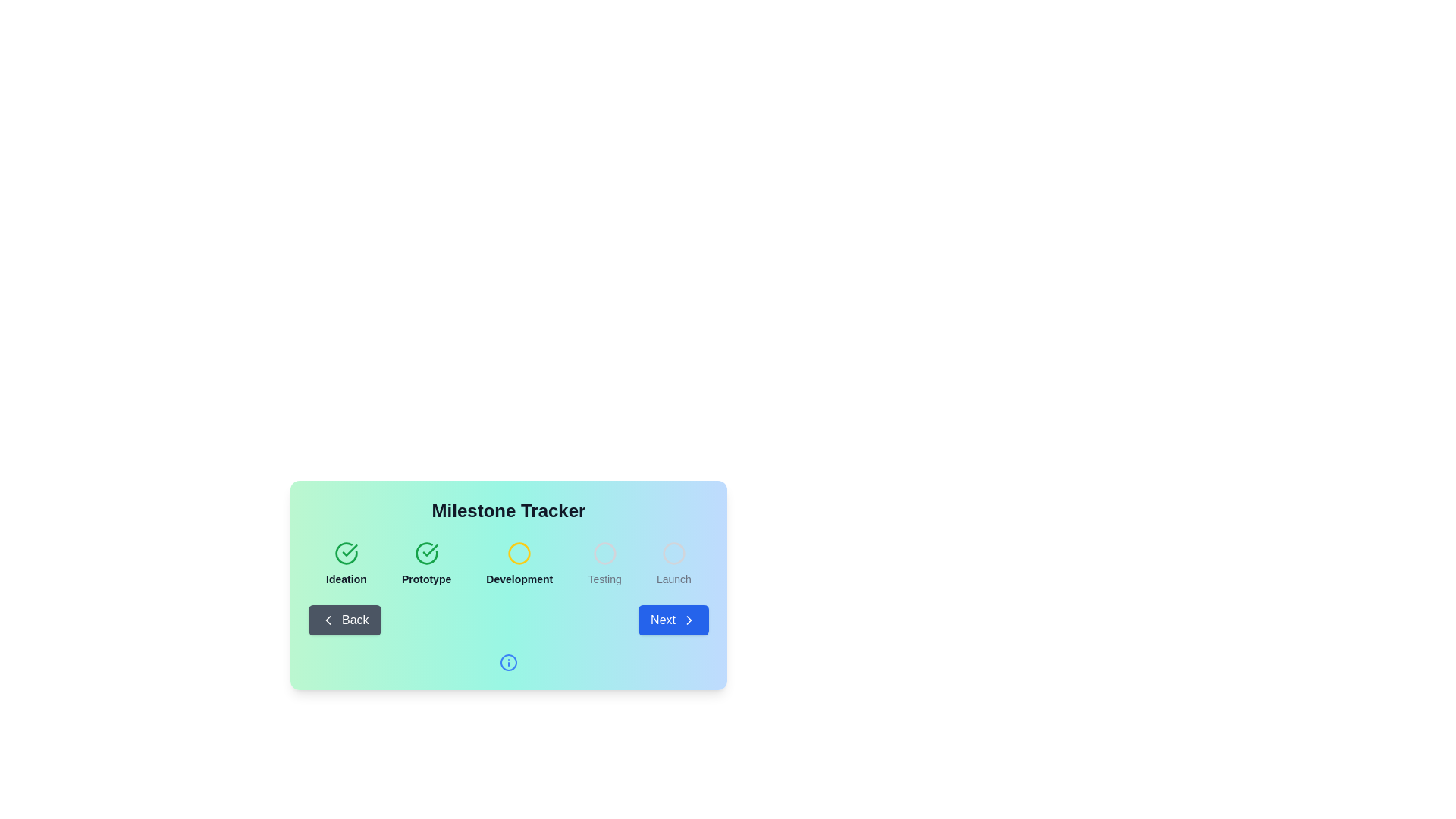 The image size is (1456, 819). What do you see at coordinates (519, 553) in the screenshot?
I see `the decorative graphic indicator for the milestone labeled 'Development', which is the third item in the row of milestone indicators` at bounding box center [519, 553].